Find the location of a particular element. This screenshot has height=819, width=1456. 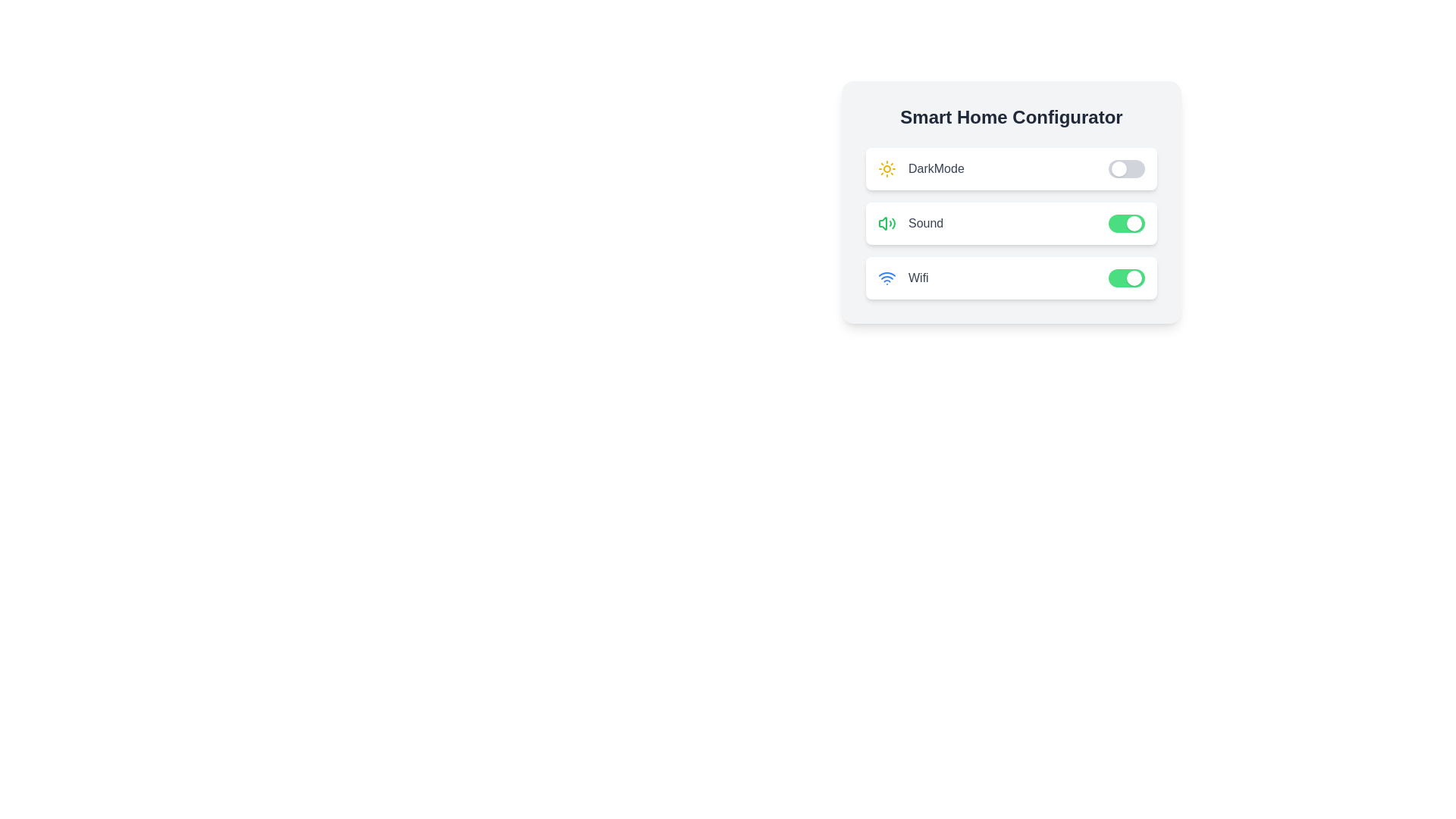

the text label reading 'Wifi' styled with a gray color and medium font weight, located to the right of the WiFi icon is located at coordinates (918, 278).